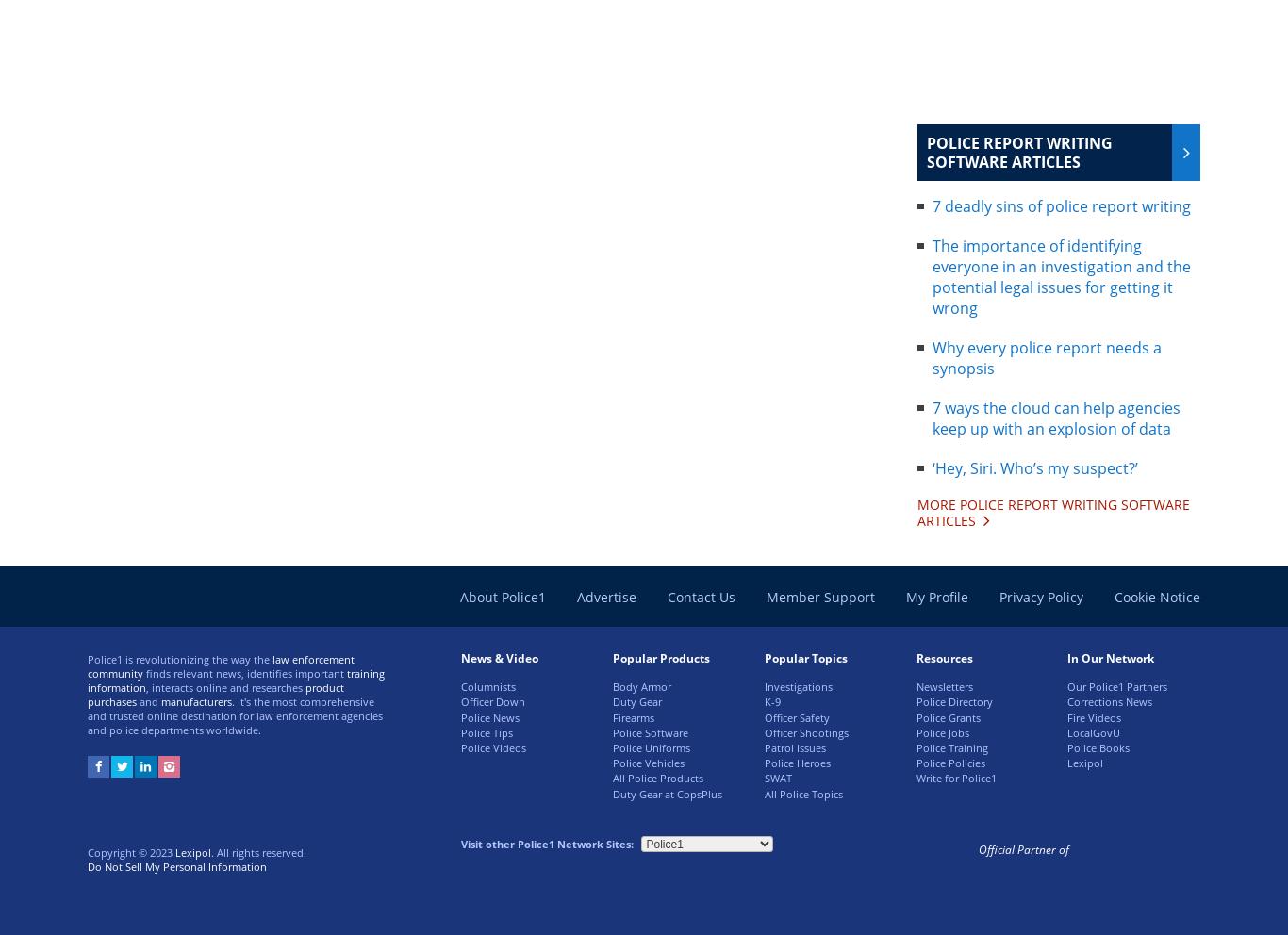  What do you see at coordinates (1109, 701) in the screenshot?
I see `'Corrections News'` at bounding box center [1109, 701].